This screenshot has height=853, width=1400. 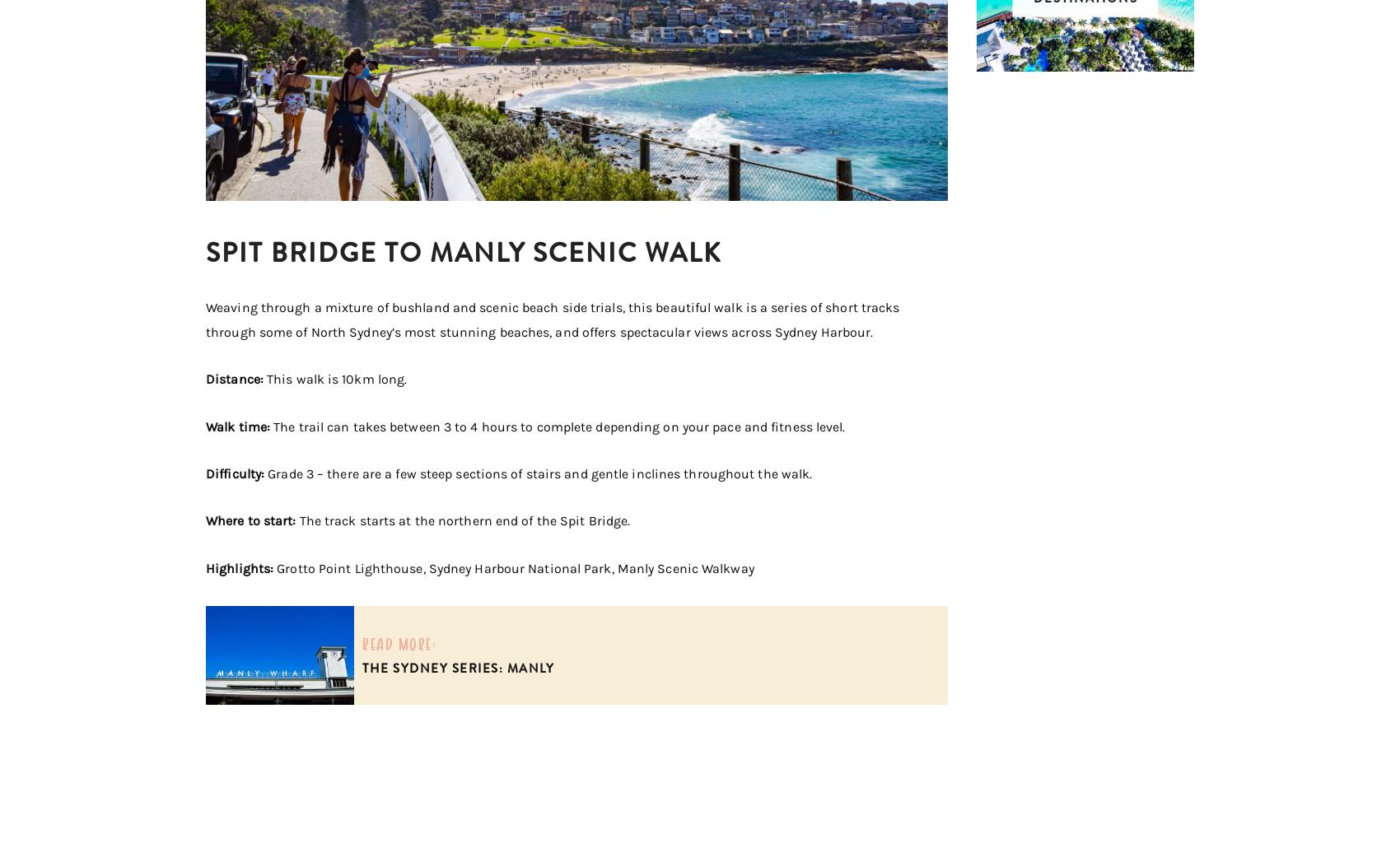 What do you see at coordinates (464, 520) in the screenshot?
I see `'The track starts at the northern end of the Spit Bridge.'` at bounding box center [464, 520].